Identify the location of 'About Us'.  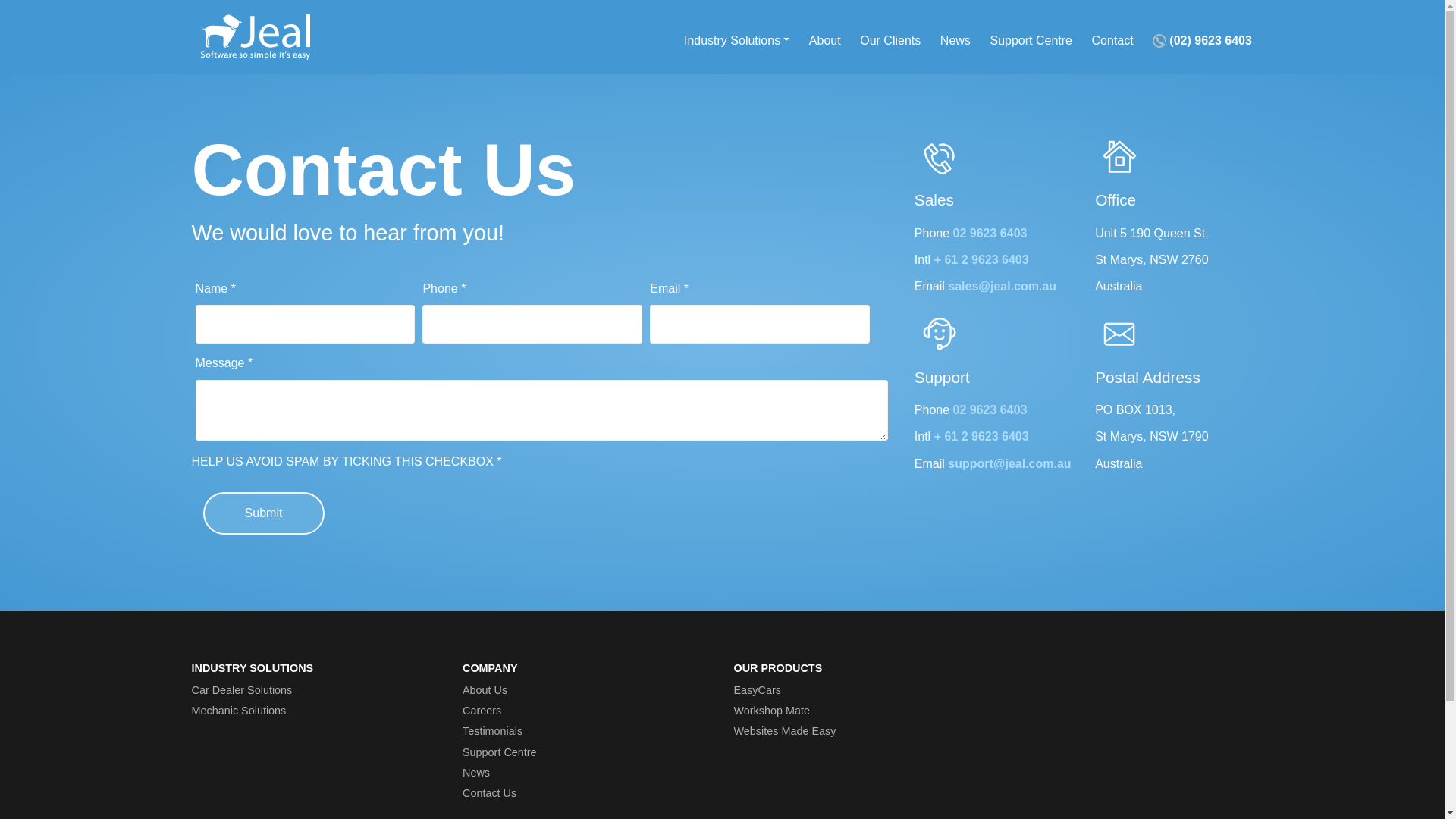
(461, 690).